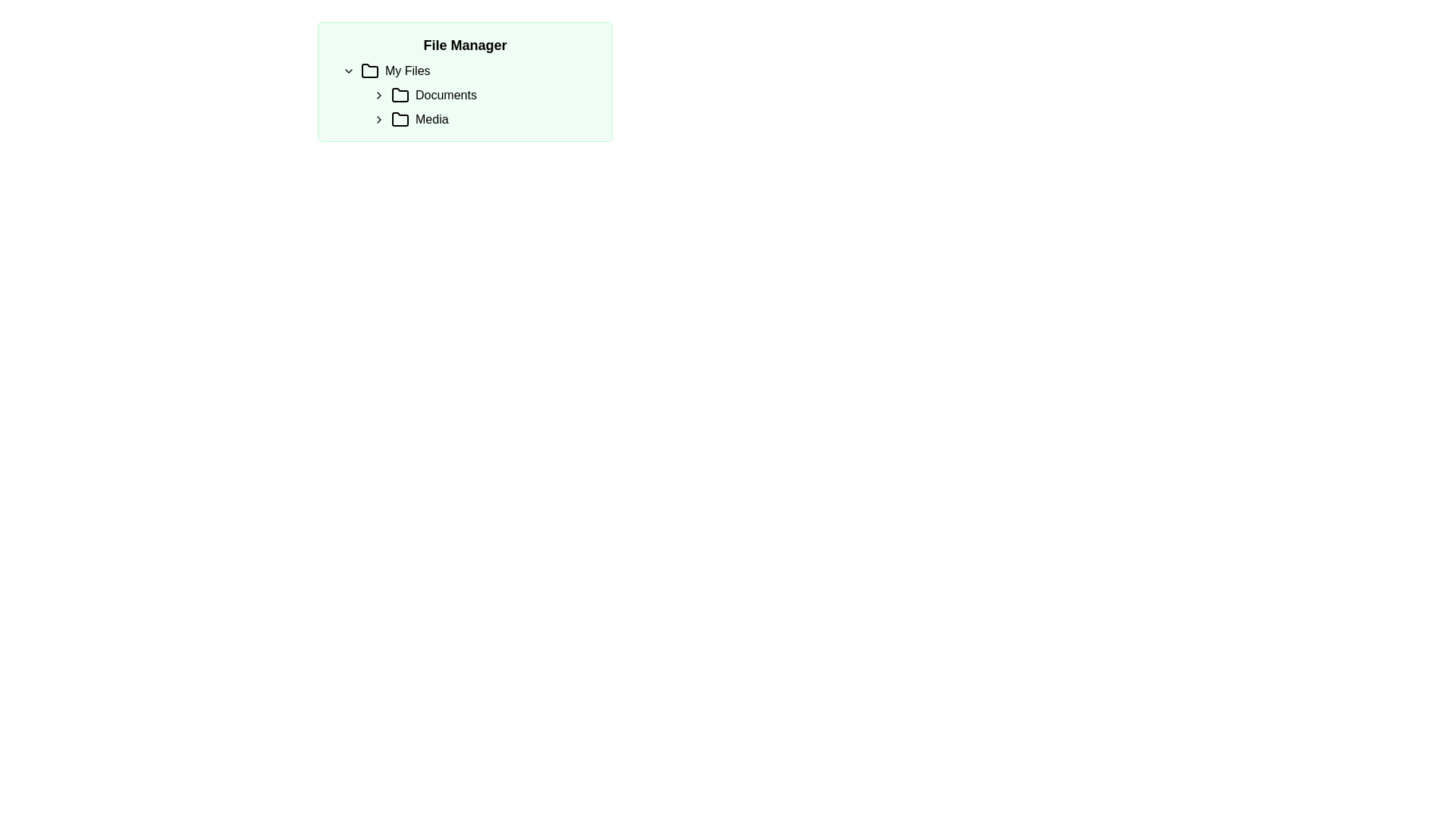 The image size is (1456, 819). Describe the element at coordinates (464, 45) in the screenshot. I see `the bold, black 'File Manager' text header located at the top-right corner of the folder navigation interface, which has a light green background and rounded corners` at that location.